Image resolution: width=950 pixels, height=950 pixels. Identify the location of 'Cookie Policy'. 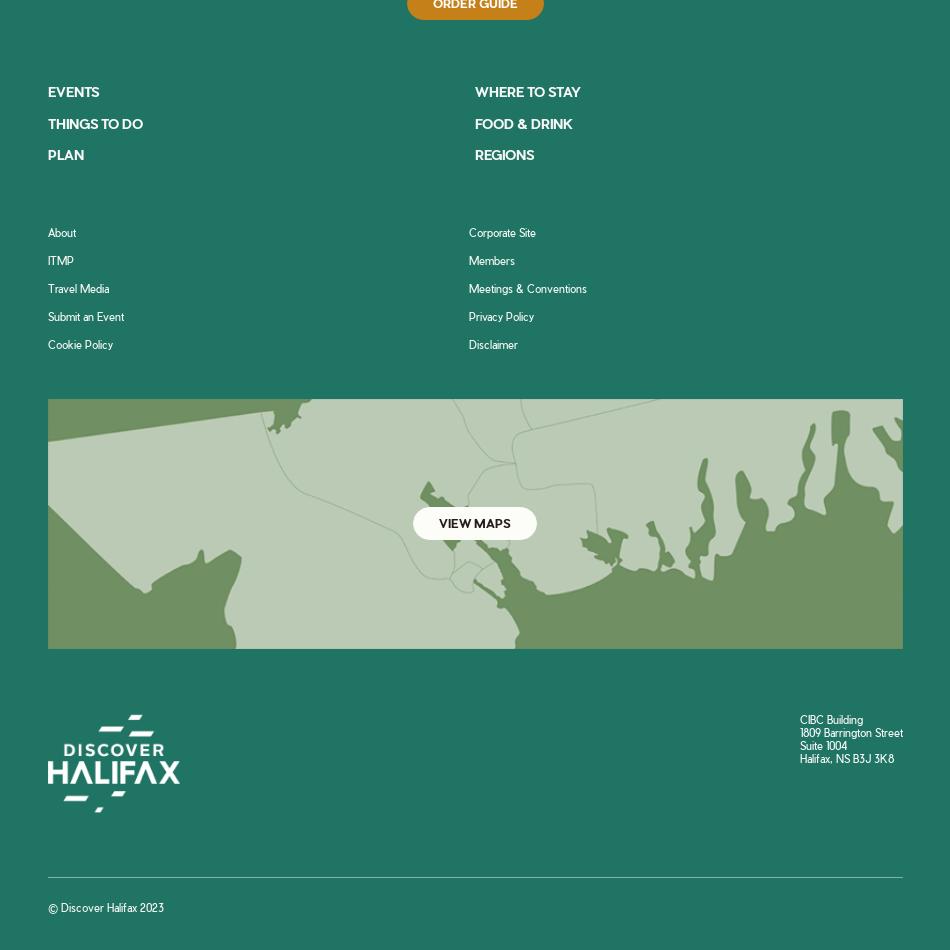
(79, 342).